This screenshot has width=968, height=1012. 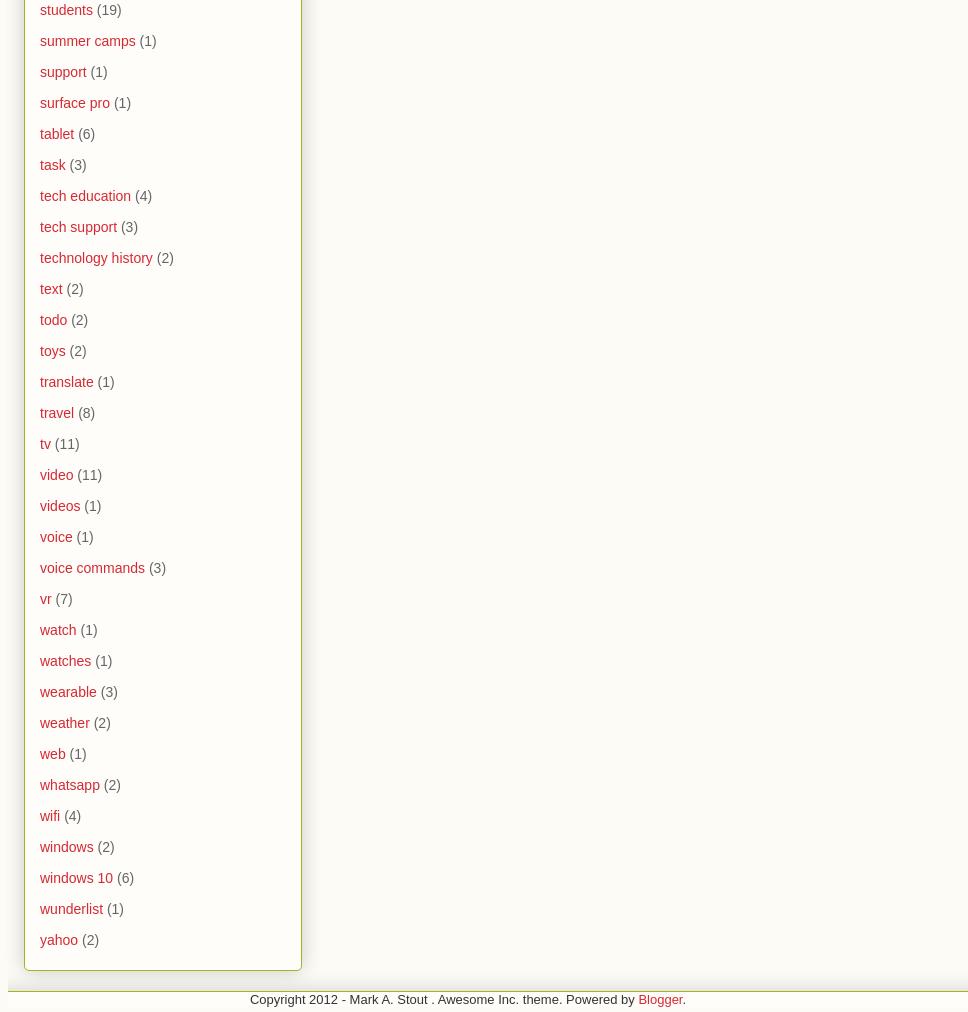 What do you see at coordinates (659, 999) in the screenshot?
I see `'Blogger'` at bounding box center [659, 999].